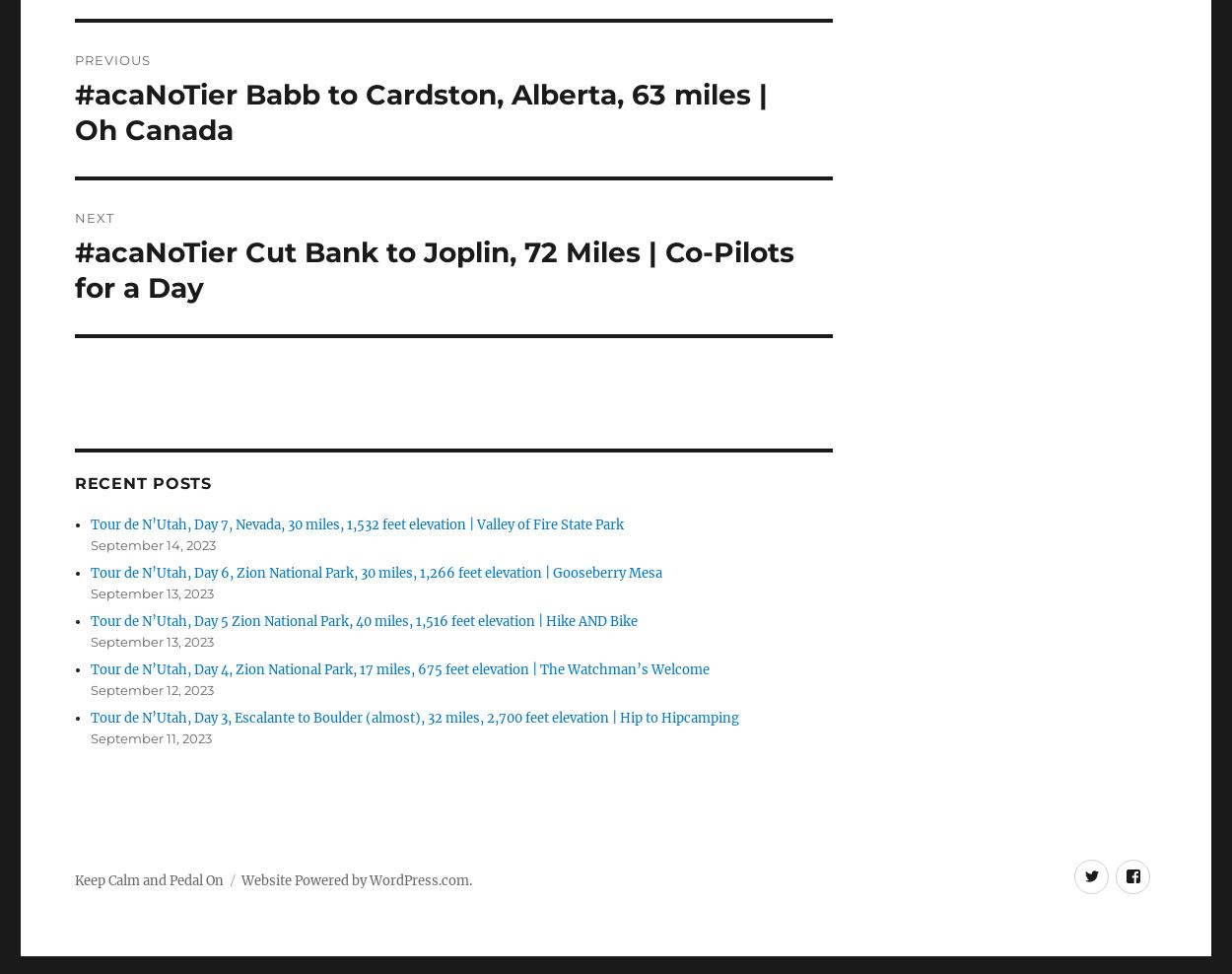 Image resolution: width=1232 pixels, height=974 pixels. Describe the element at coordinates (433, 268) in the screenshot. I see `'#acaNoTier Cut Bank to Joplin, 72 Miles | Co-Pilots for a Day'` at that location.